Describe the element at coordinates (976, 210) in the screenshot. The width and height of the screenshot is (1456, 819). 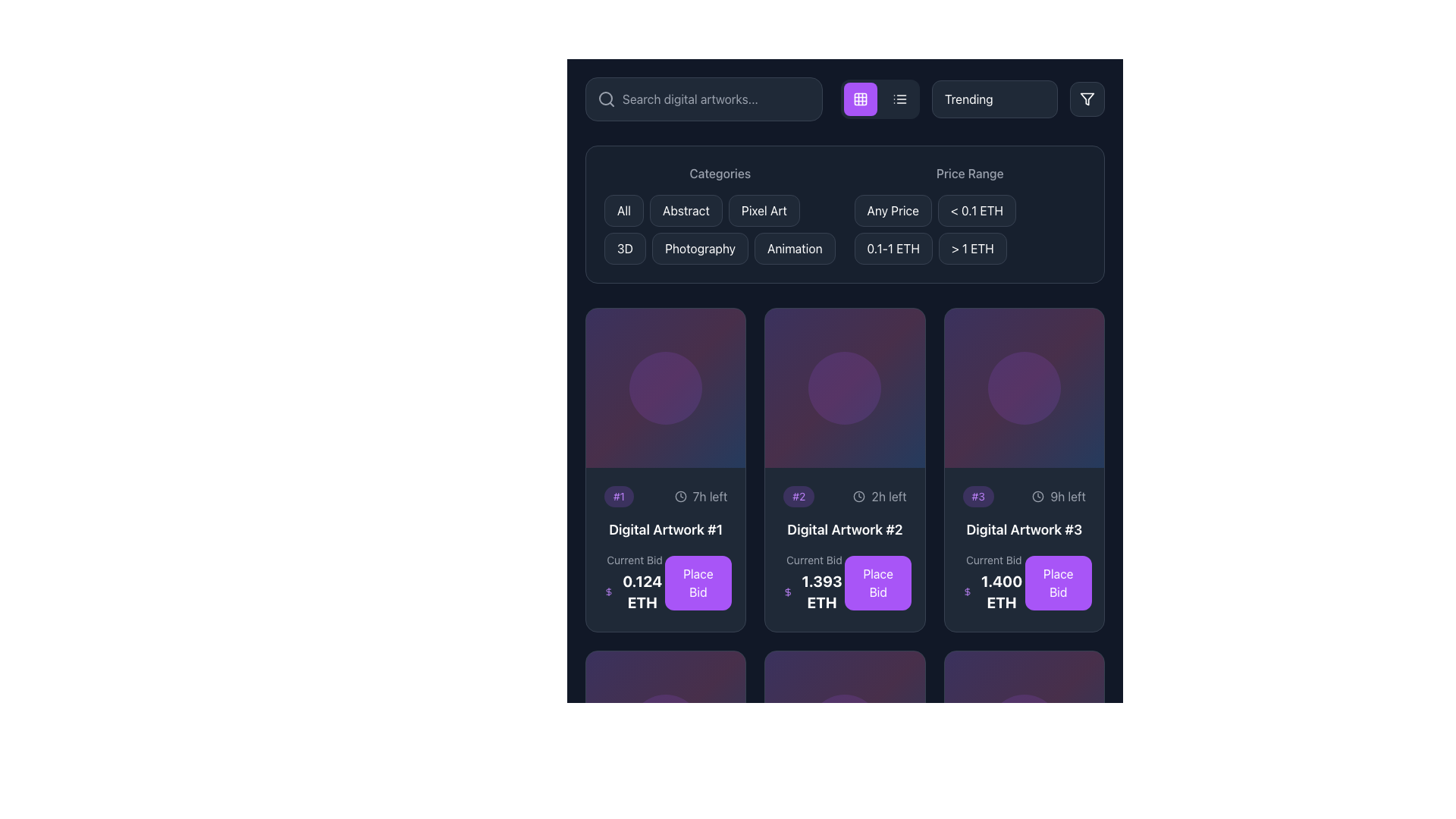
I see `the '< 0.1 ETH' button in the 'Price Range' section to apply the price filter` at that location.